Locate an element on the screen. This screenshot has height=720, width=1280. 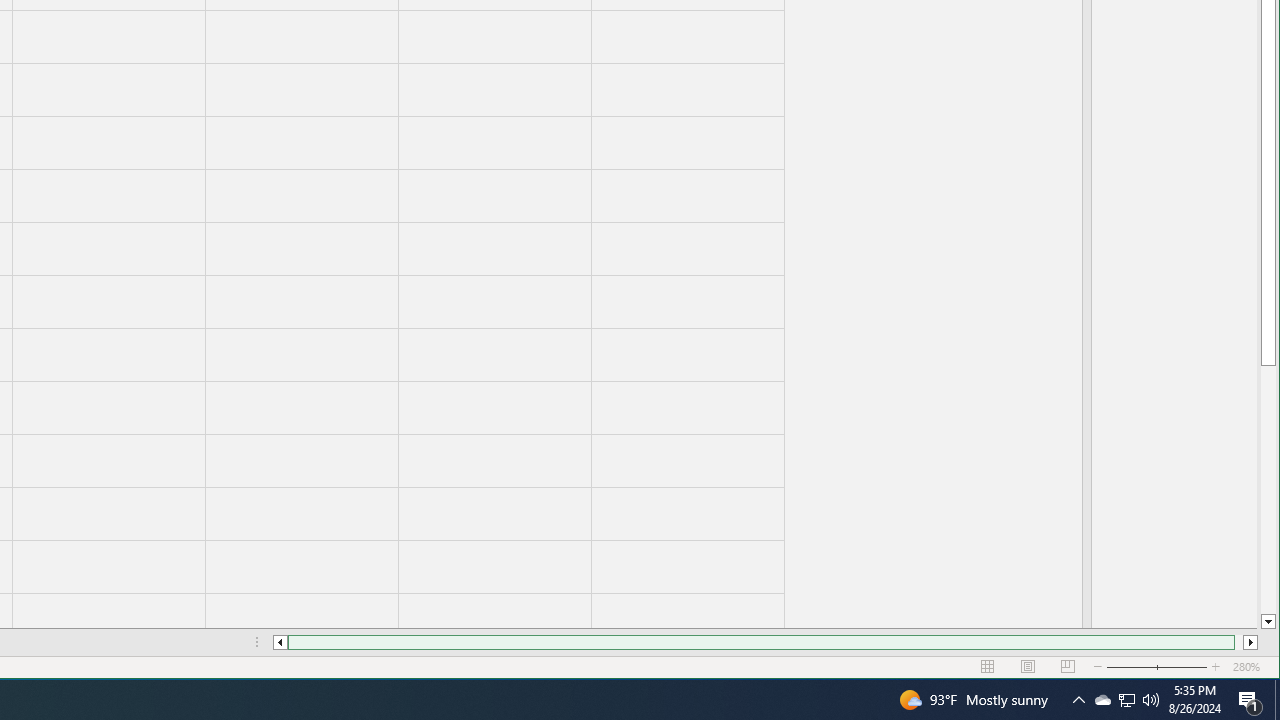
'Action Center, 1 new notification' is located at coordinates (1250, 698).